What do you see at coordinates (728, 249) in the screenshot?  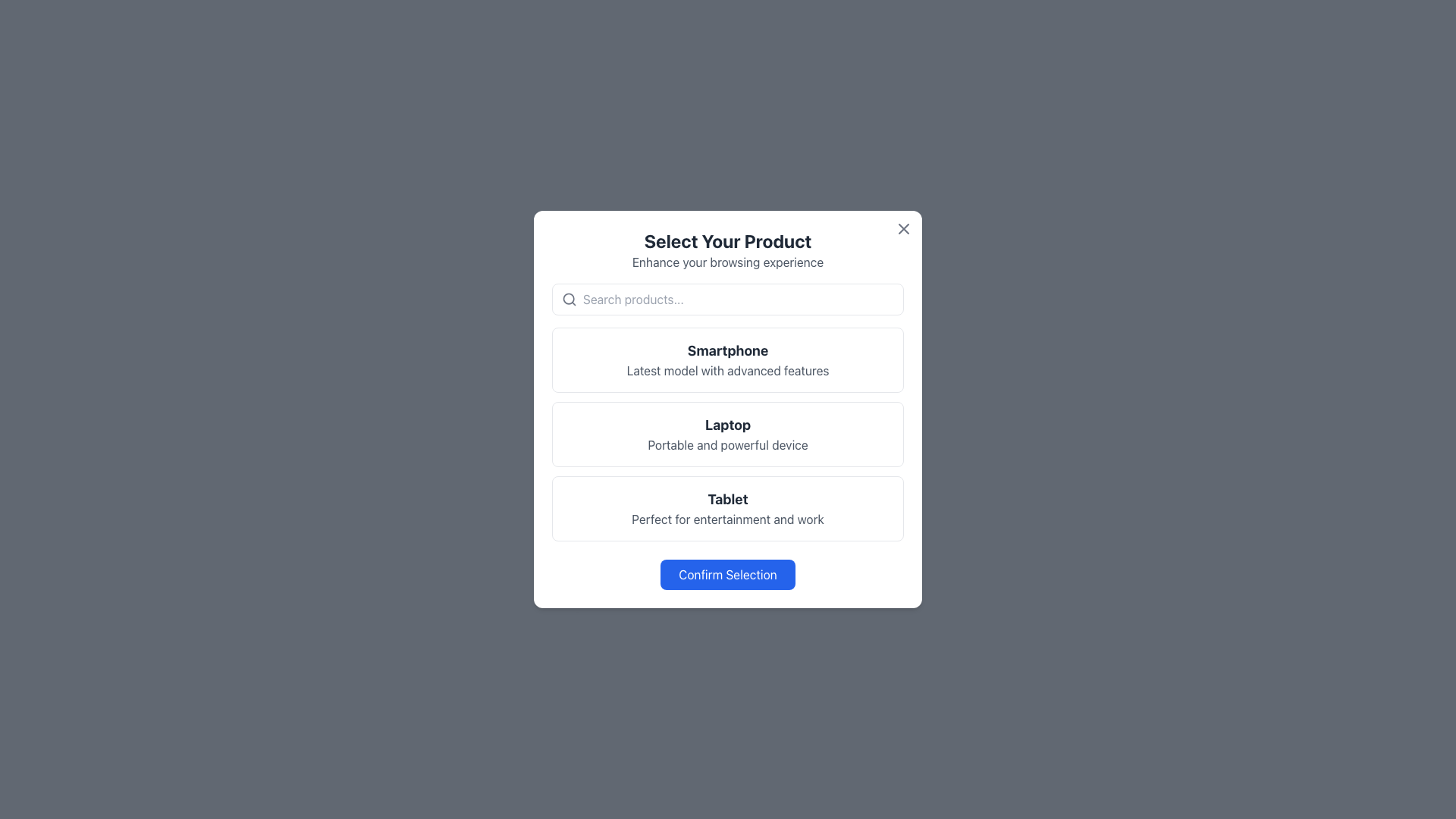 I see `the label that reads 'Select Your Product' in a large bold font, located near the top of a centered panel, directly below the close button and above the search box` at bounding box center [728, 249].